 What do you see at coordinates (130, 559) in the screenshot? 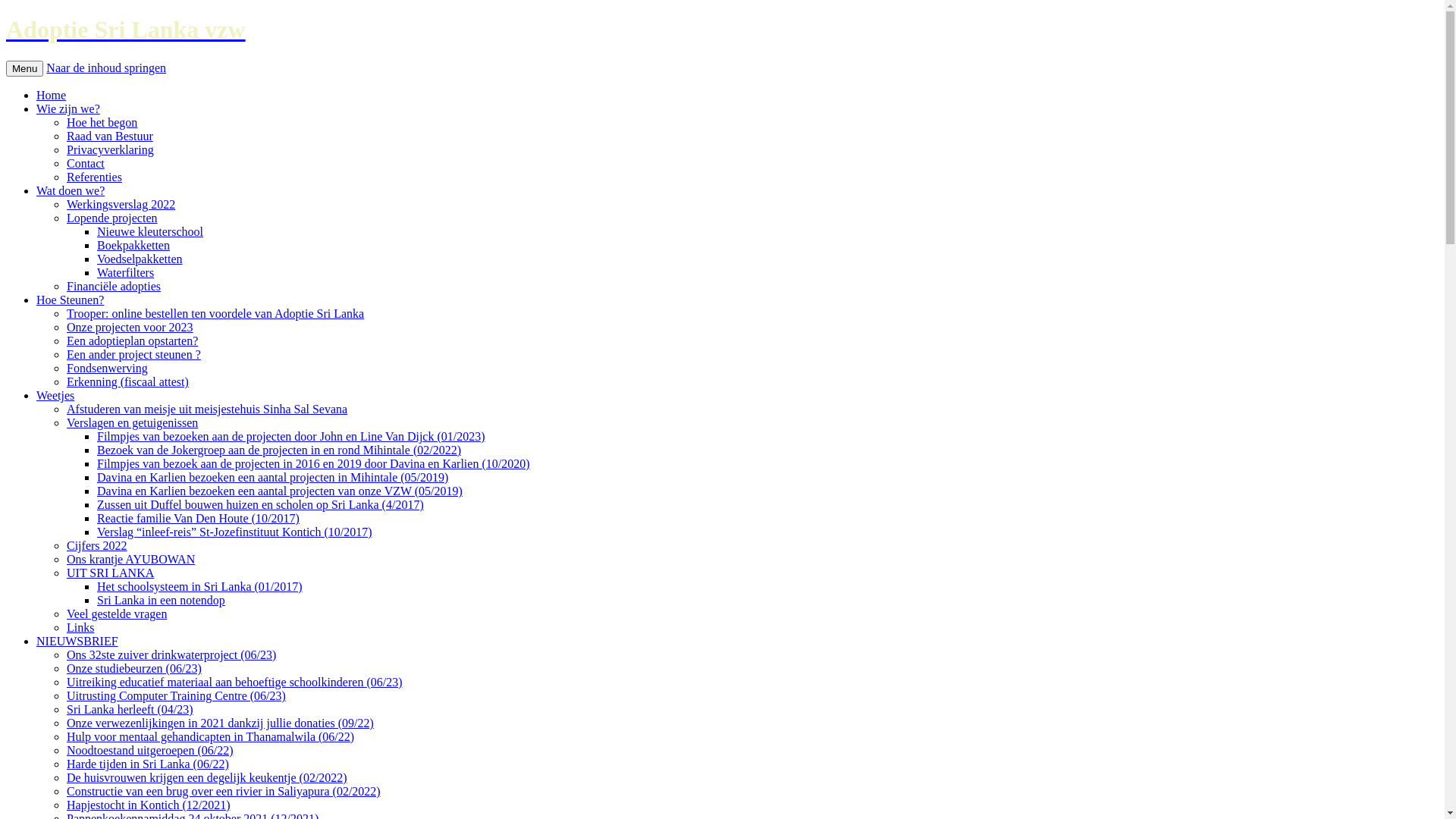
I see `'Ons krantje AYUBOWAN'` at bounding box center [130, 559].